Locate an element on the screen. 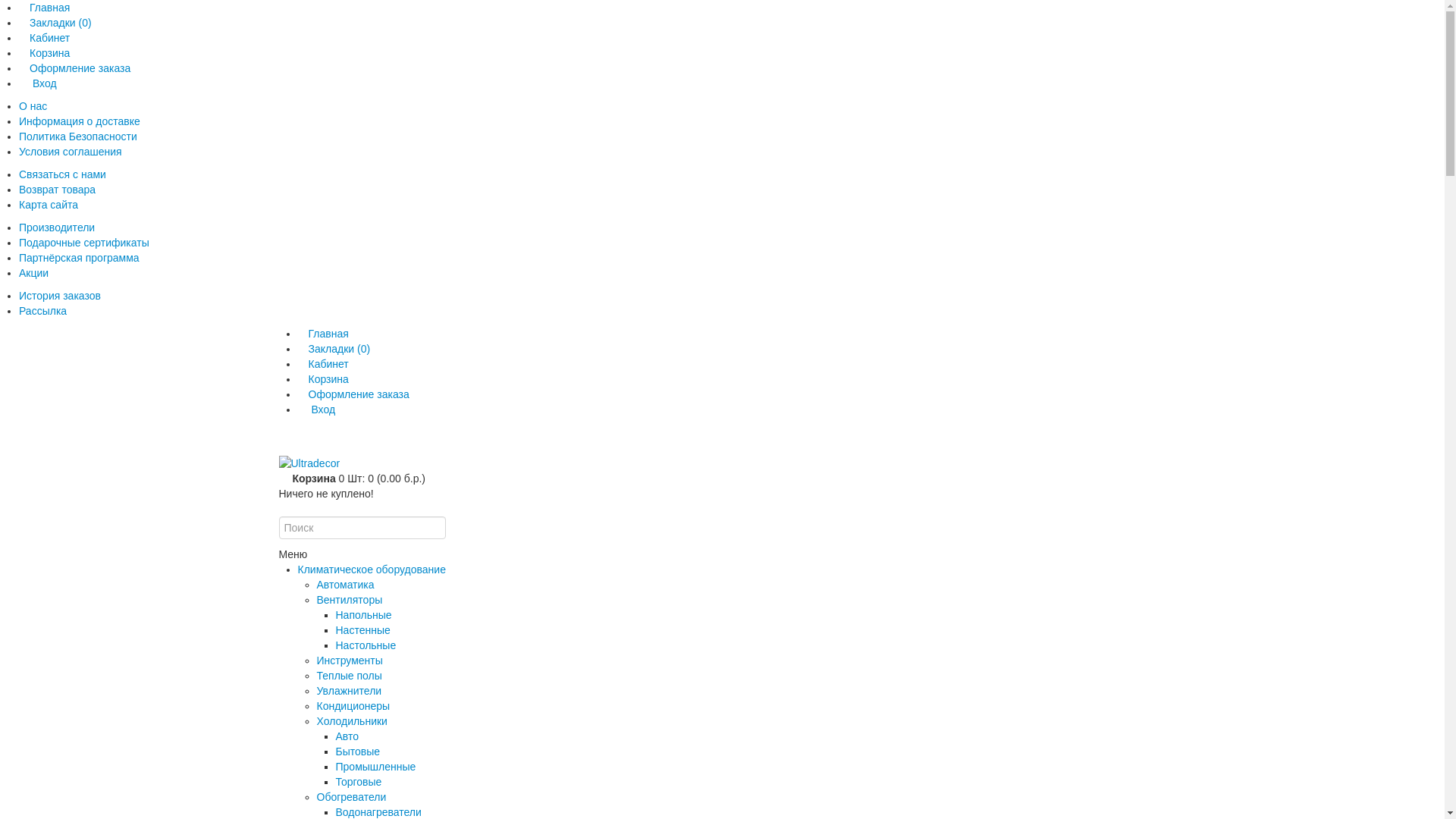 The image size is (1456, 819). 'Ultradecor' is located at coordinates (279, 462).